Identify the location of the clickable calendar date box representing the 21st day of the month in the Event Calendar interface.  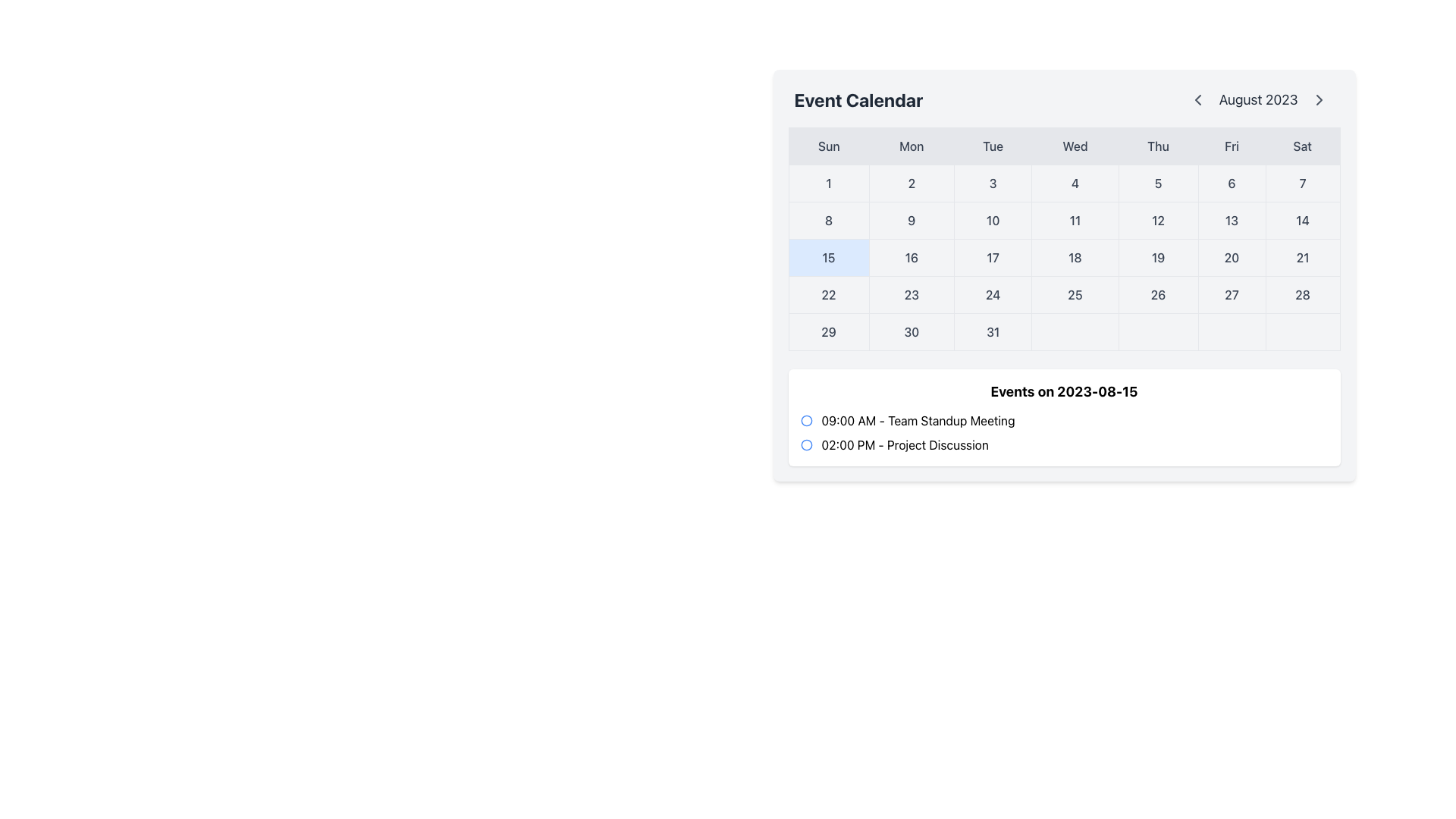
(1302, 256).